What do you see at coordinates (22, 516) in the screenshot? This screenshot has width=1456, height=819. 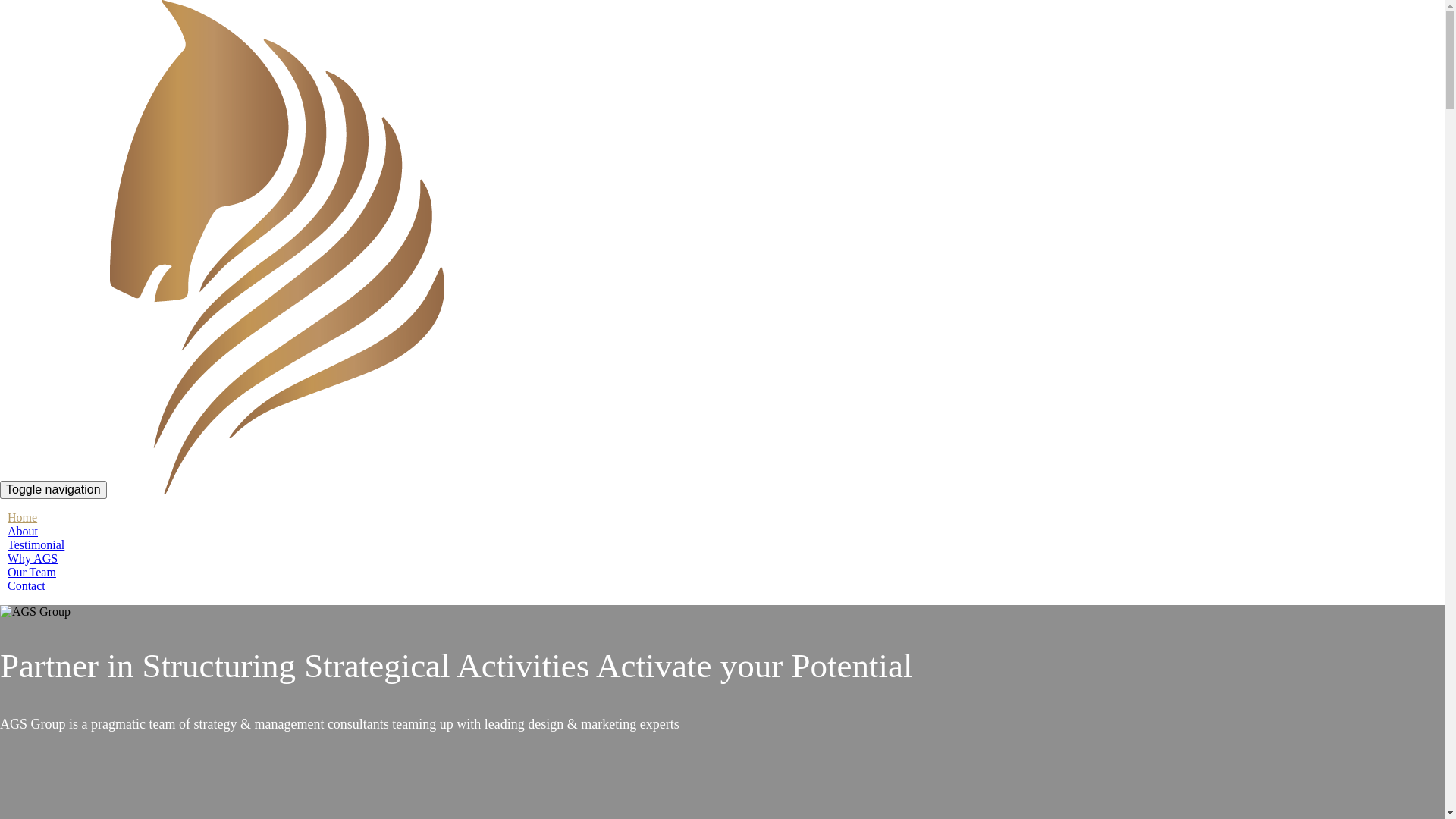 I see `'Home'` at bounding box center [22, 516].